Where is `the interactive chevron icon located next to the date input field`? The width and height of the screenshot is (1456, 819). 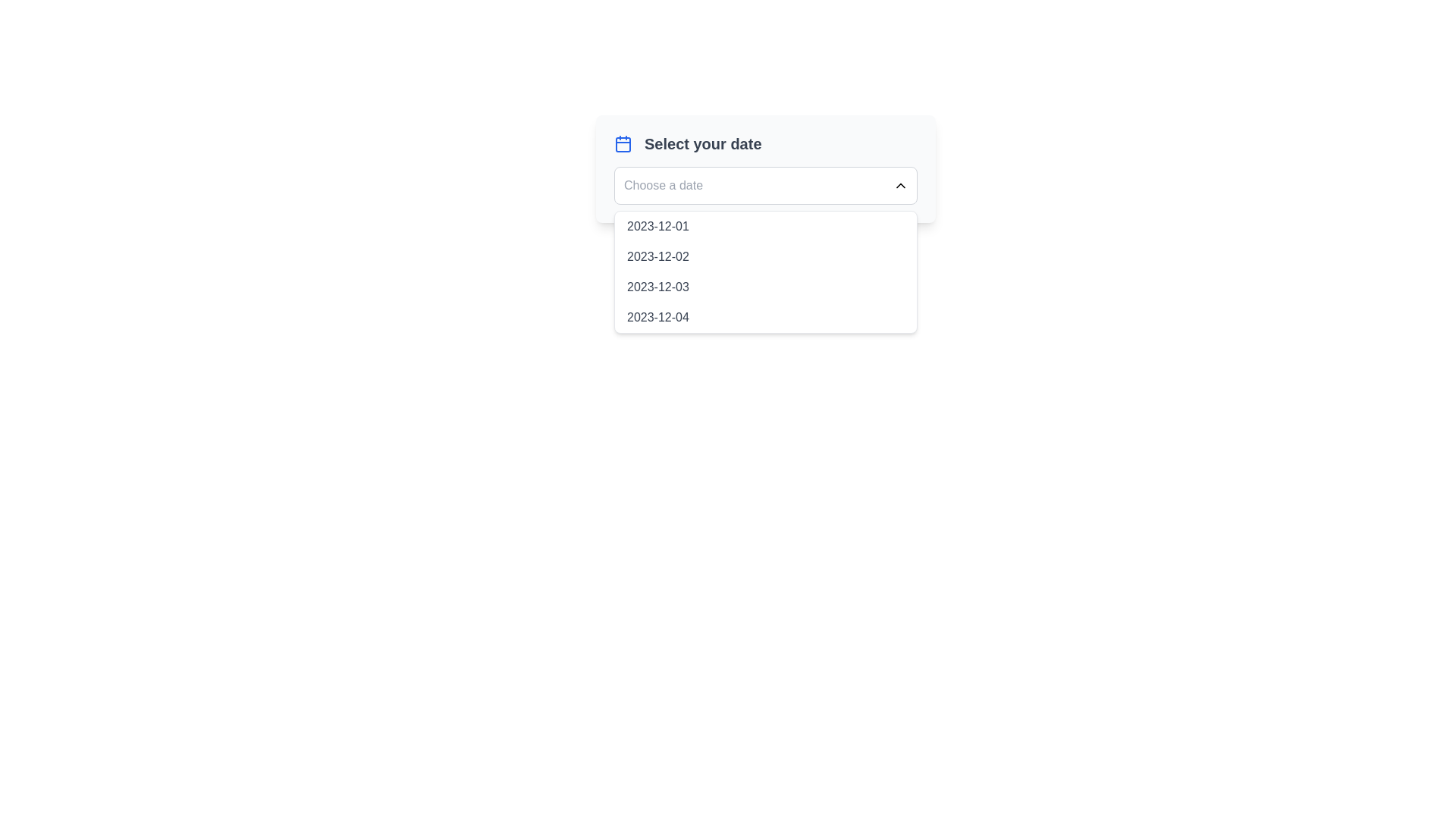
the interactive chevron icon located next to the date input field is located at coordinates (901, 185).